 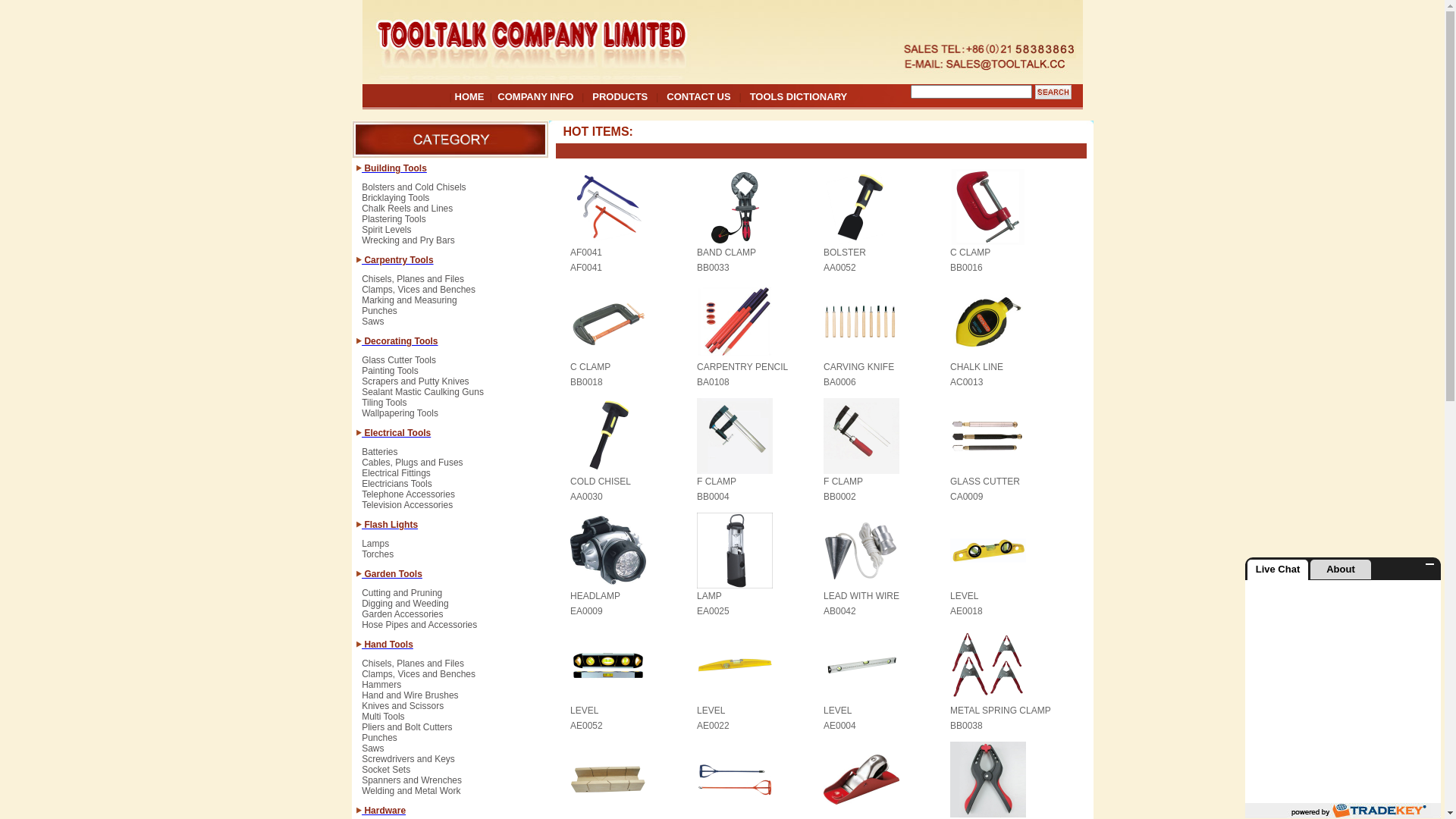 I want to click on 'TOOLS DICTIONARY', so click(x=798, y=96).